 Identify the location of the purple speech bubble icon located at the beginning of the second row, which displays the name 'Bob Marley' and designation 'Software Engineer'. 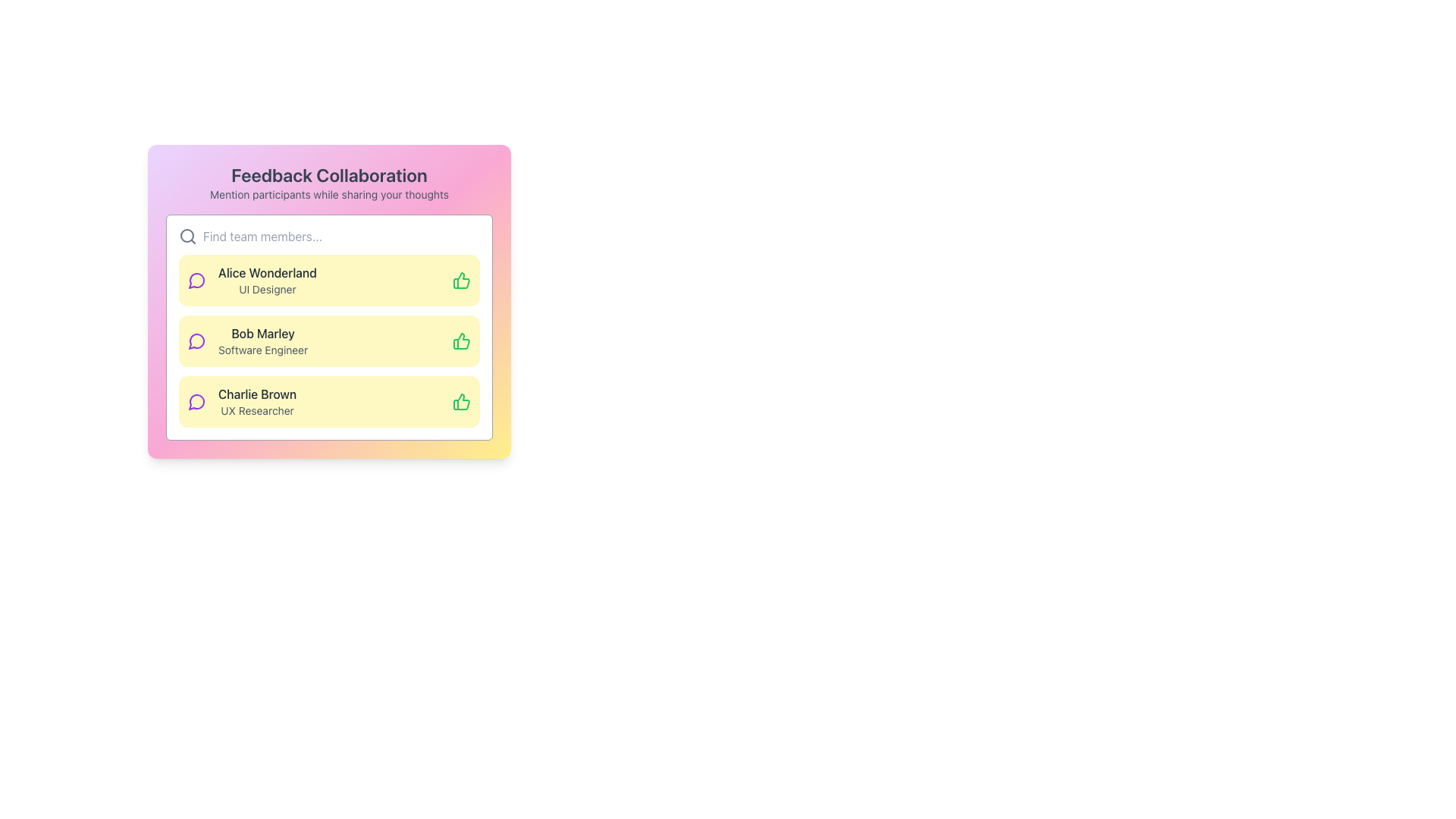
(196, 341).